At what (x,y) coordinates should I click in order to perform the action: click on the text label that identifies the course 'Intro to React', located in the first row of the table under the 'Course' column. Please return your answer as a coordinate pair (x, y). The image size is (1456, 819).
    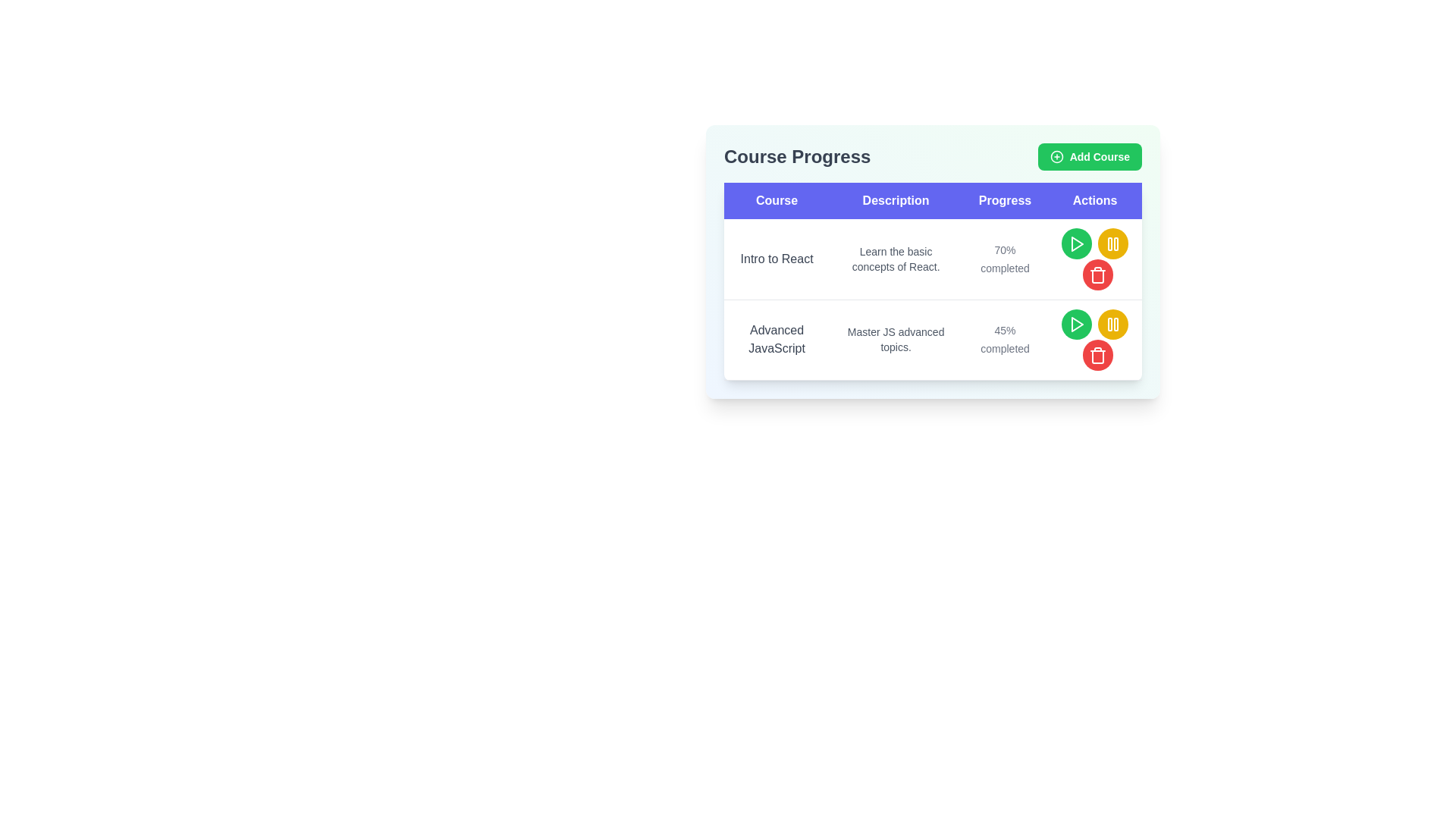
    Looking at the image, I should click on (777, 259).